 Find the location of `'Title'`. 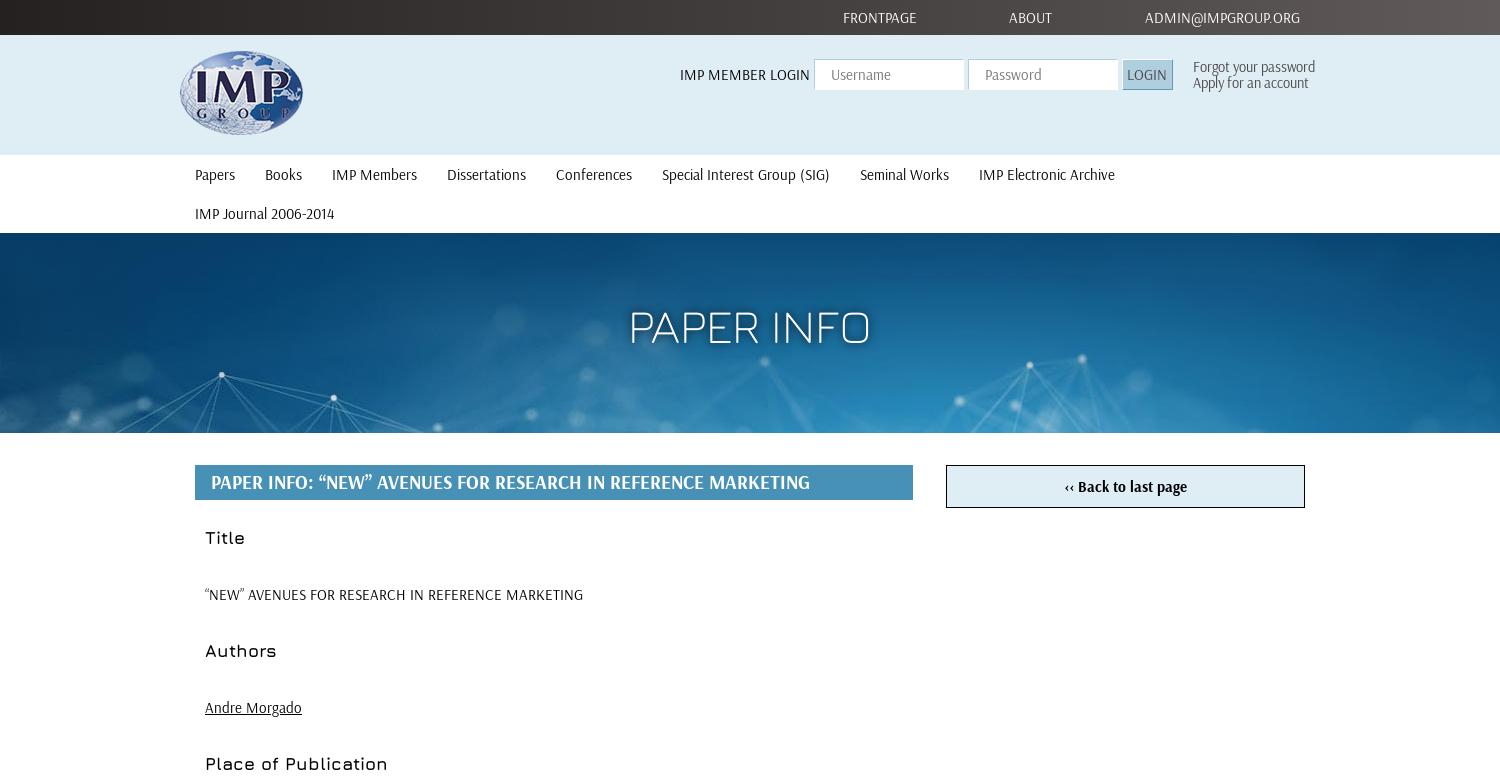

'Title' is located at coordinates (224, 537).